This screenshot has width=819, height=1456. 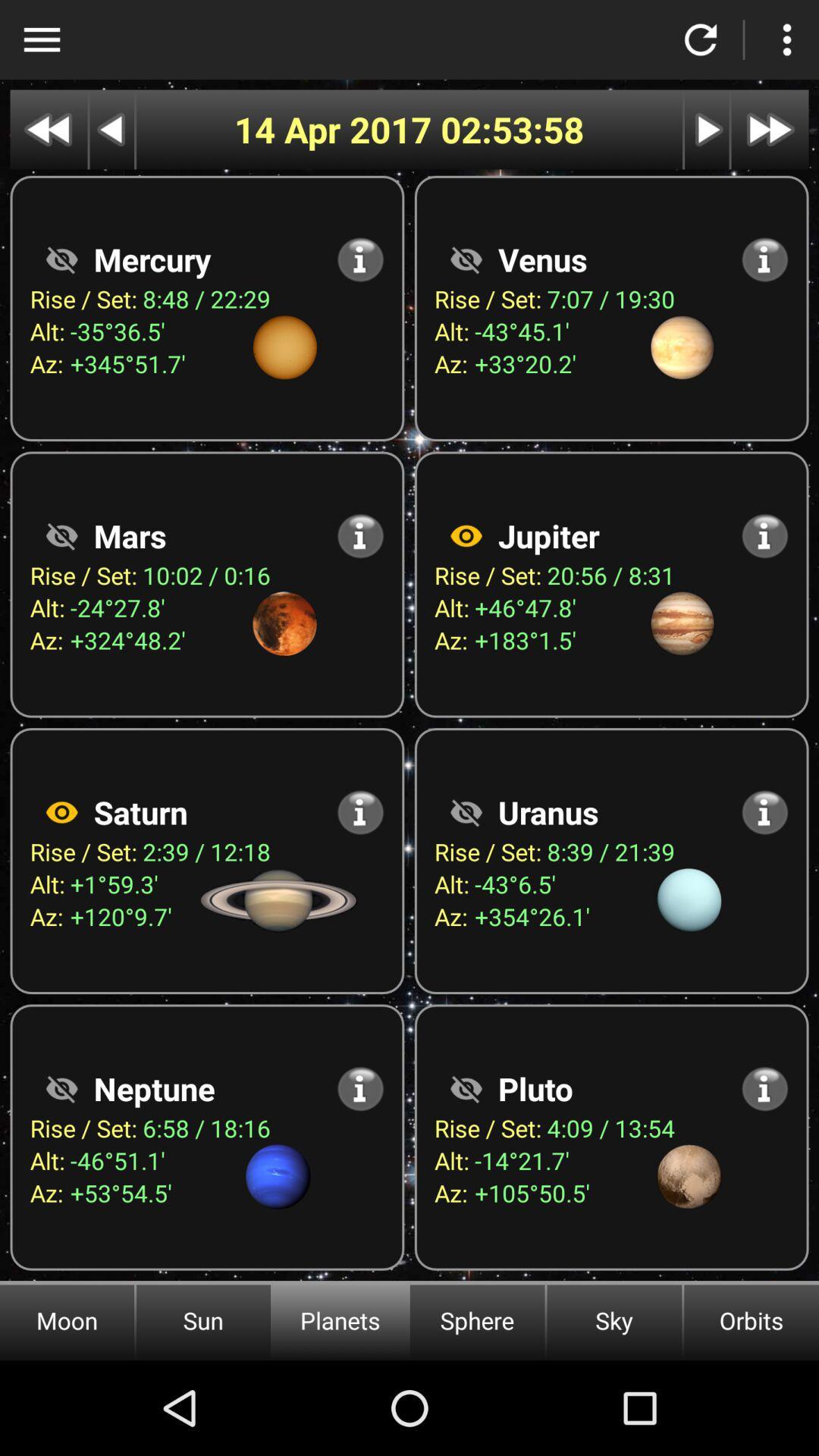 What do you see at coordinates (701, 39) in the screenshot?
I see `come back` at bounding box center [701, 39].